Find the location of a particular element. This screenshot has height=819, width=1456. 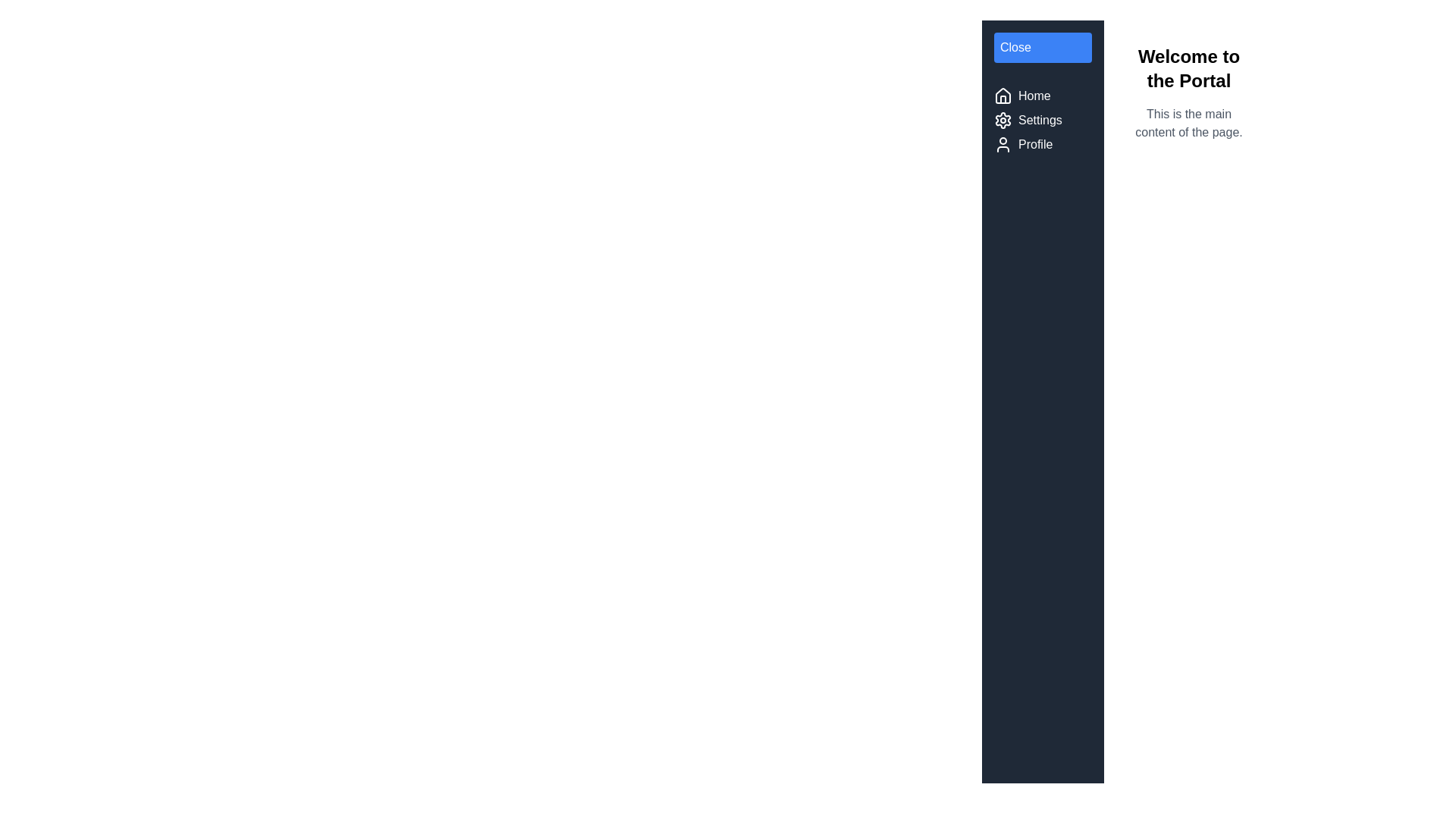

the cogwheel icon representing settings in the SVG graphics element is located at coordinates (1003, 119).